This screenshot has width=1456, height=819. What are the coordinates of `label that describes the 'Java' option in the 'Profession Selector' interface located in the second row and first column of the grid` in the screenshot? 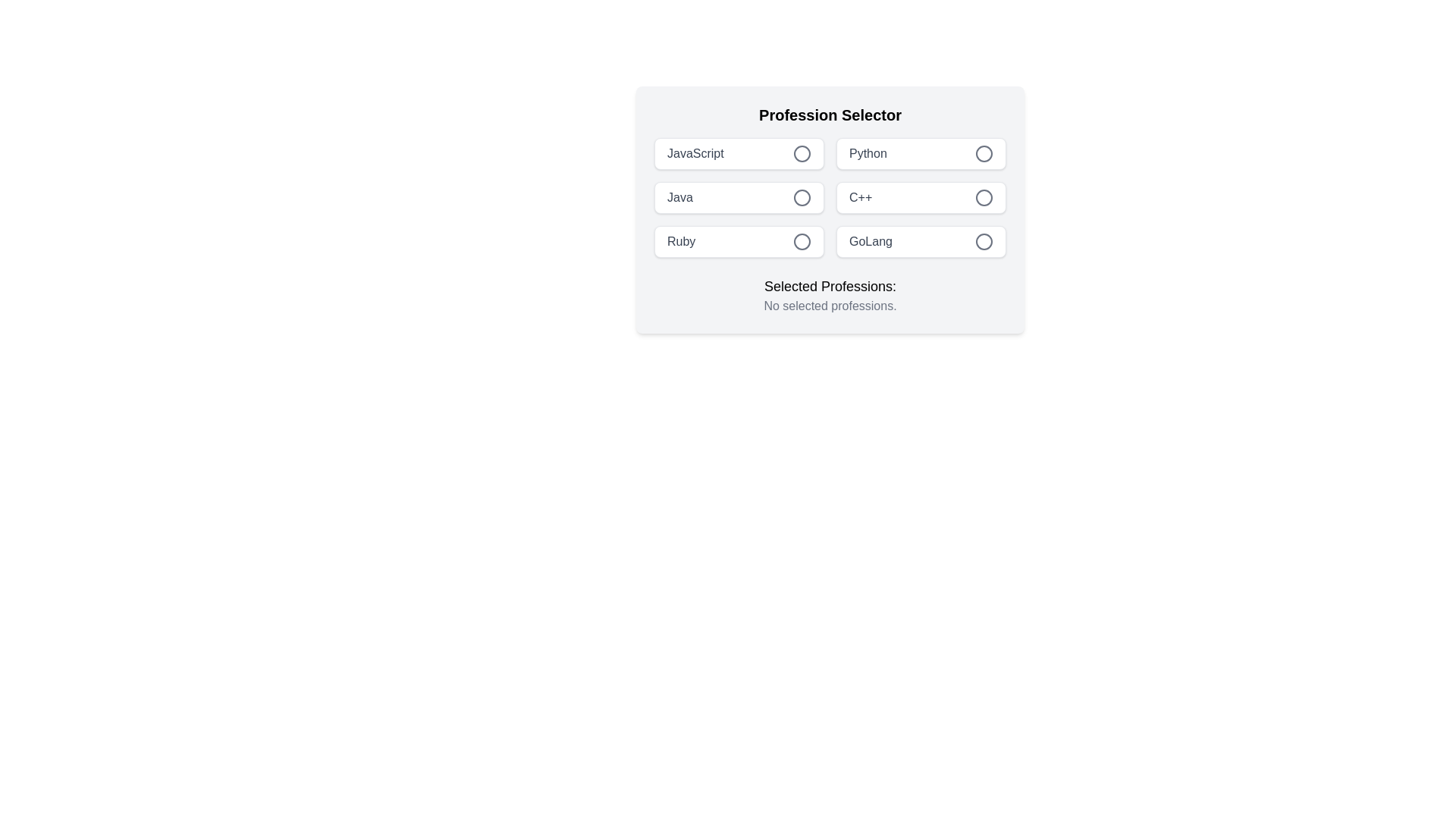 It's located at (679, 197).